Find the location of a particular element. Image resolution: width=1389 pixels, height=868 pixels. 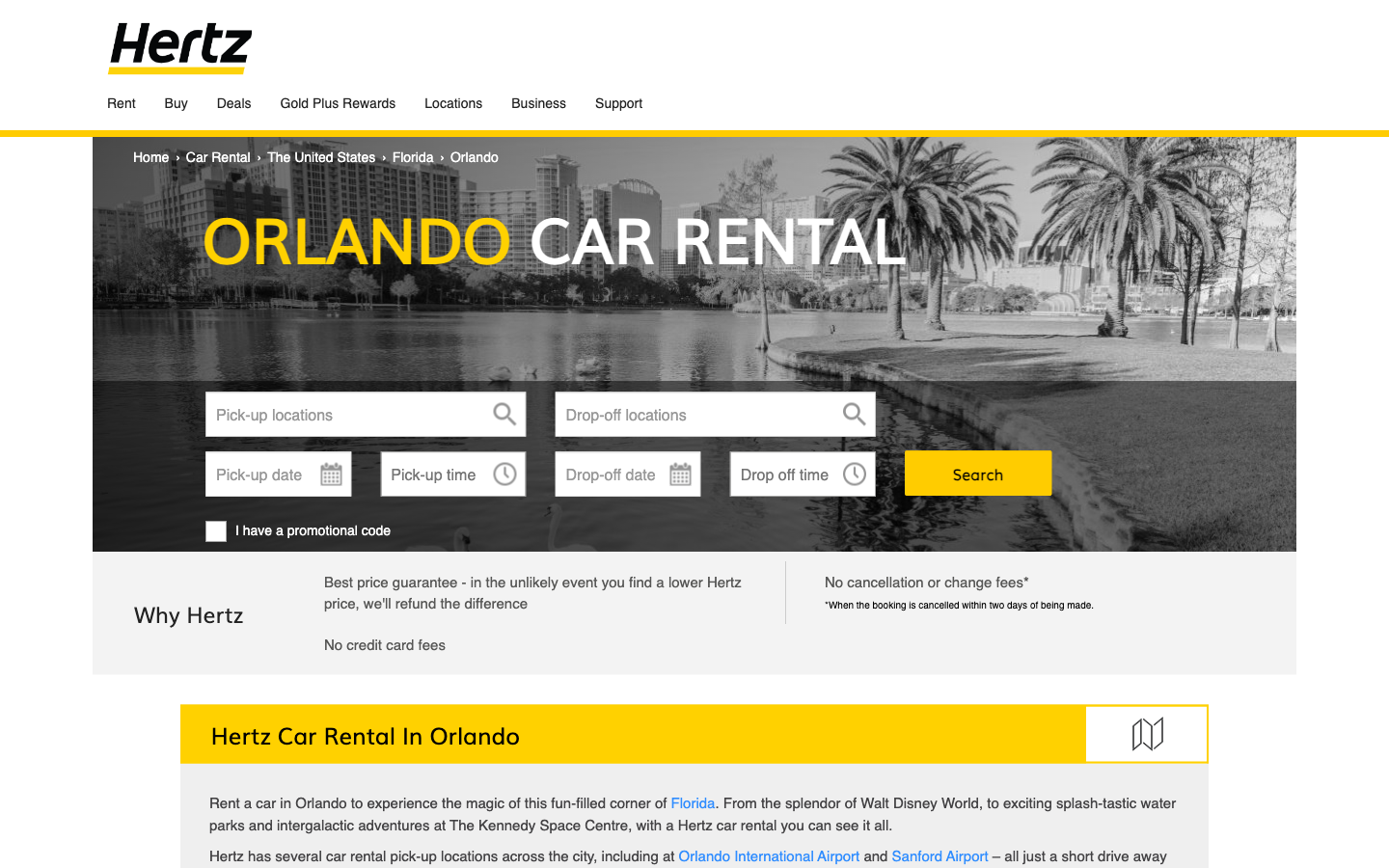

Specify the beginning and termination date for reservation is located at coordinates (277, 473).